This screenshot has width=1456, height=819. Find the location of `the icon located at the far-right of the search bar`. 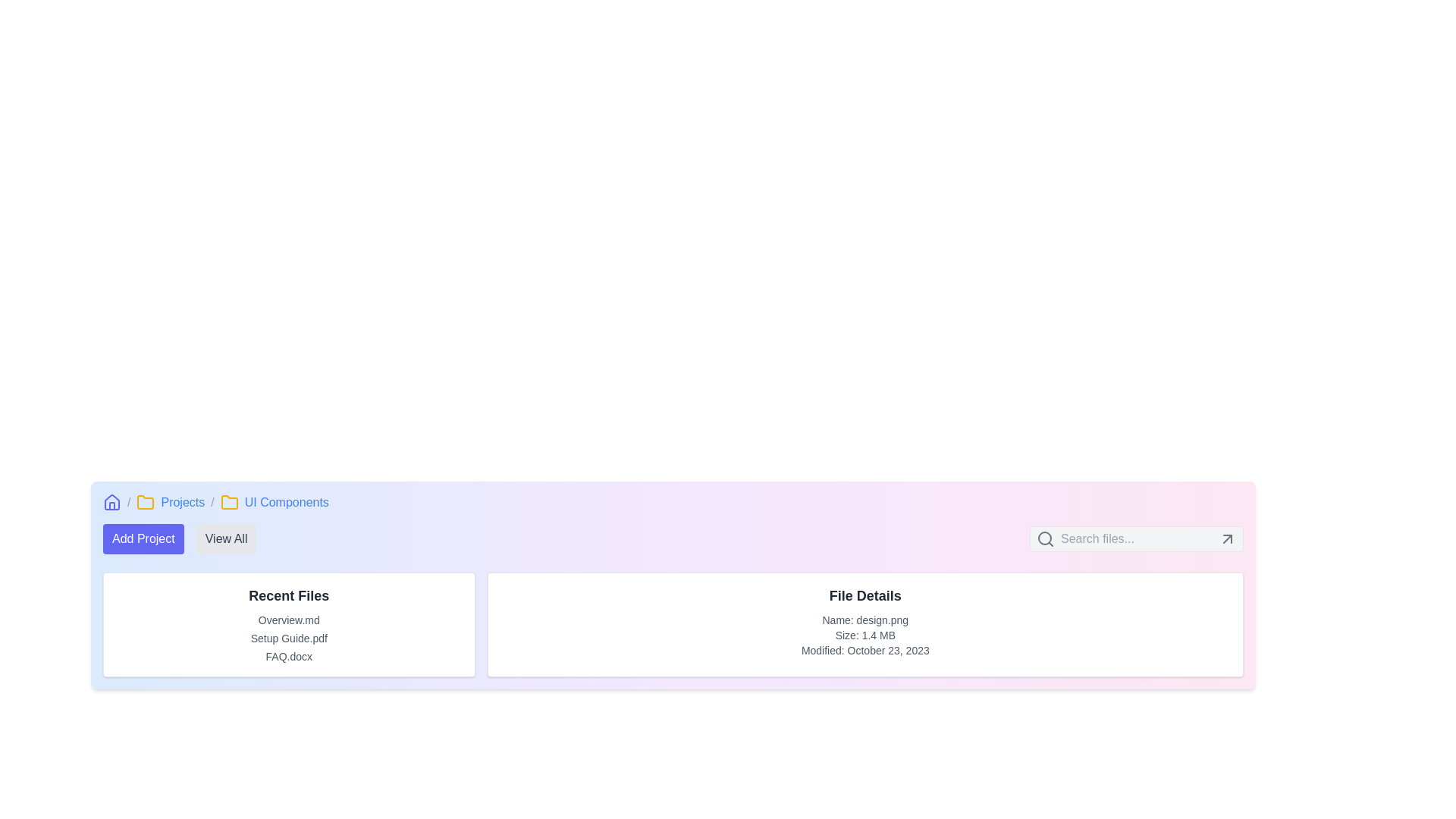

the icon located at the far-right of the search bar is located at coordinates (1227, 538).